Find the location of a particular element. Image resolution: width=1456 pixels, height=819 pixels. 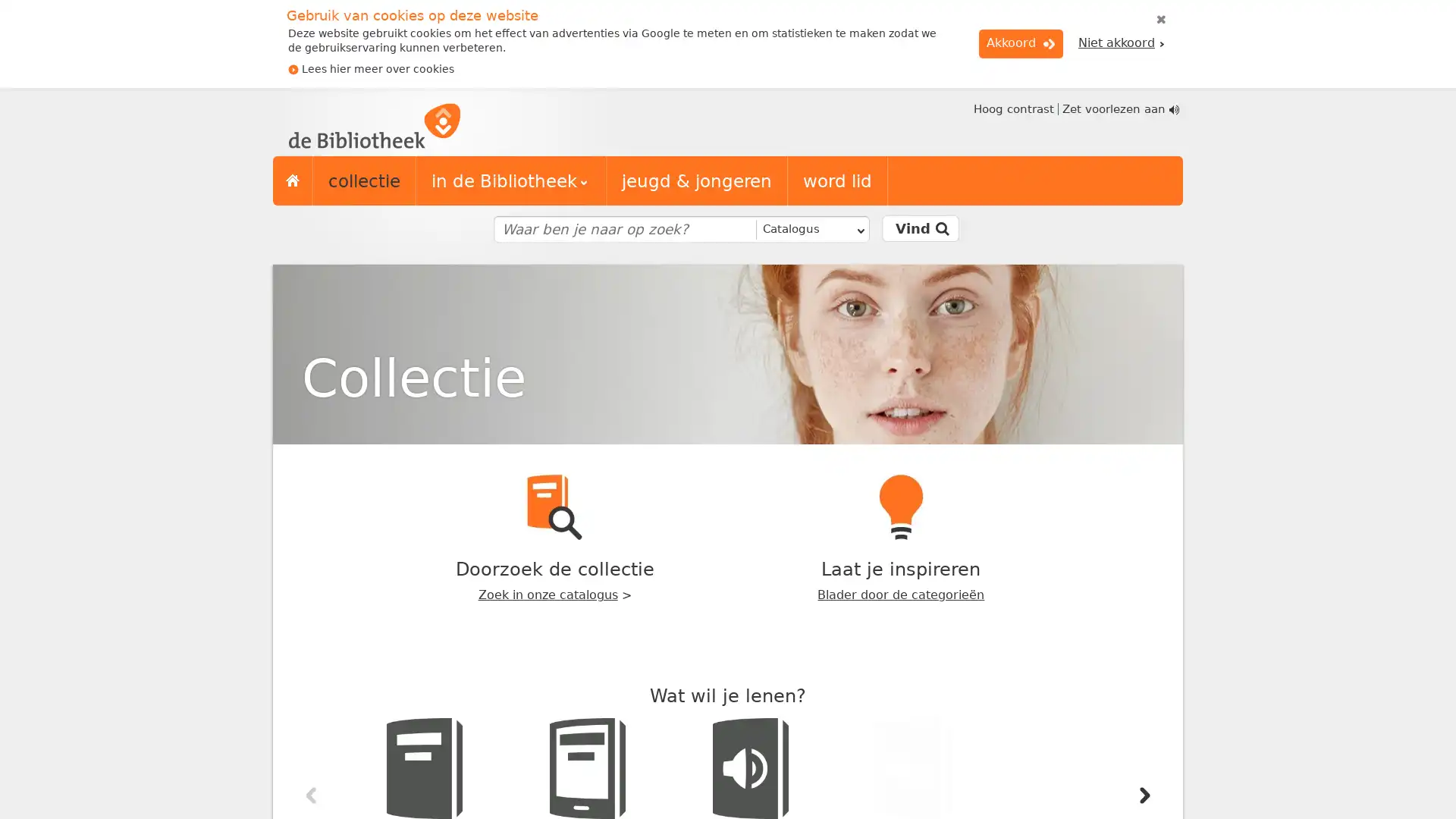

Hoog contrast is located at coordinates (1012, 108).